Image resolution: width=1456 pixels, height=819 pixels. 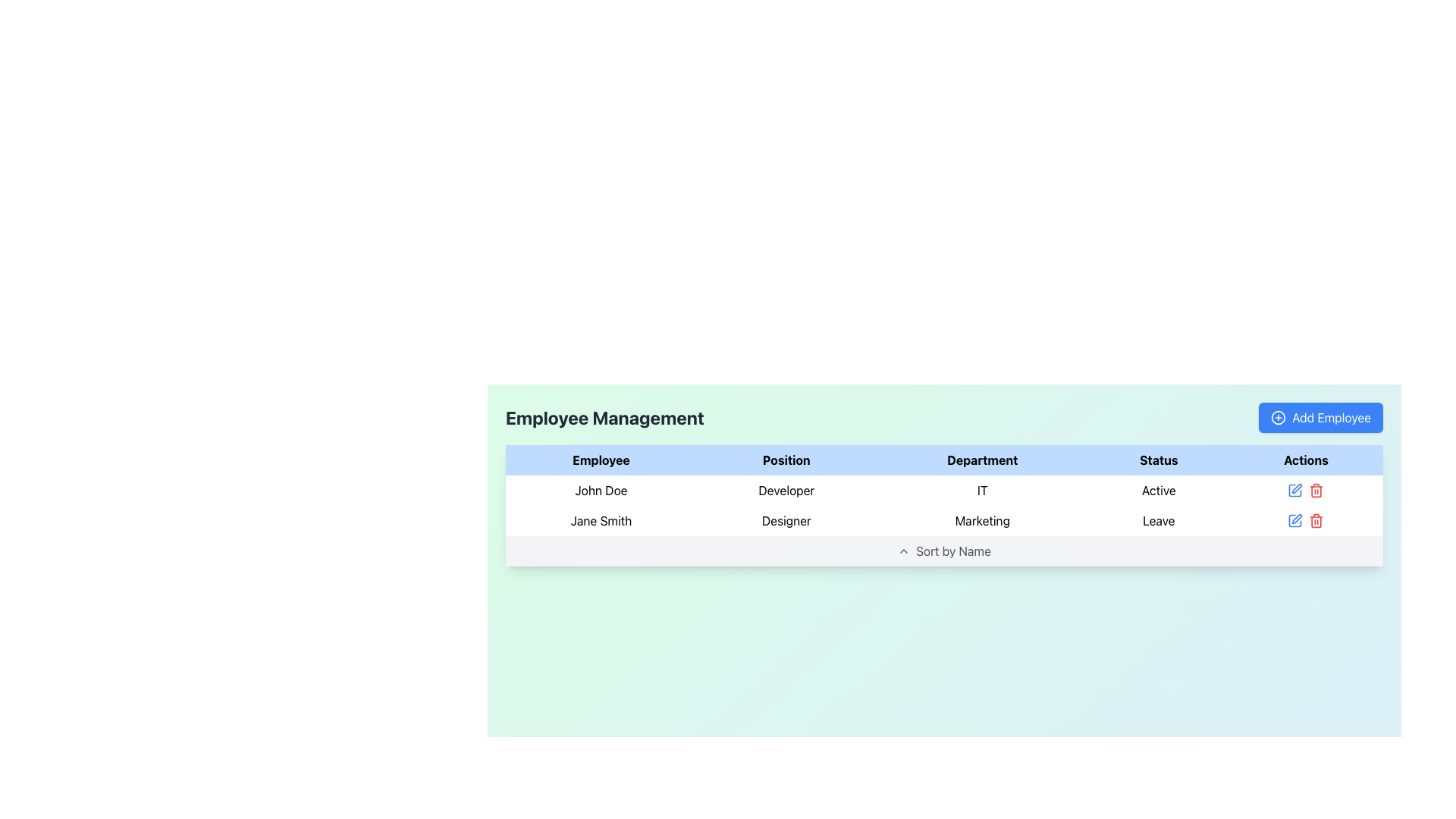 I want to click on the upward-facing chevron icon located to the left of the 'Sort by Name' text, so click(x=903, y=551).